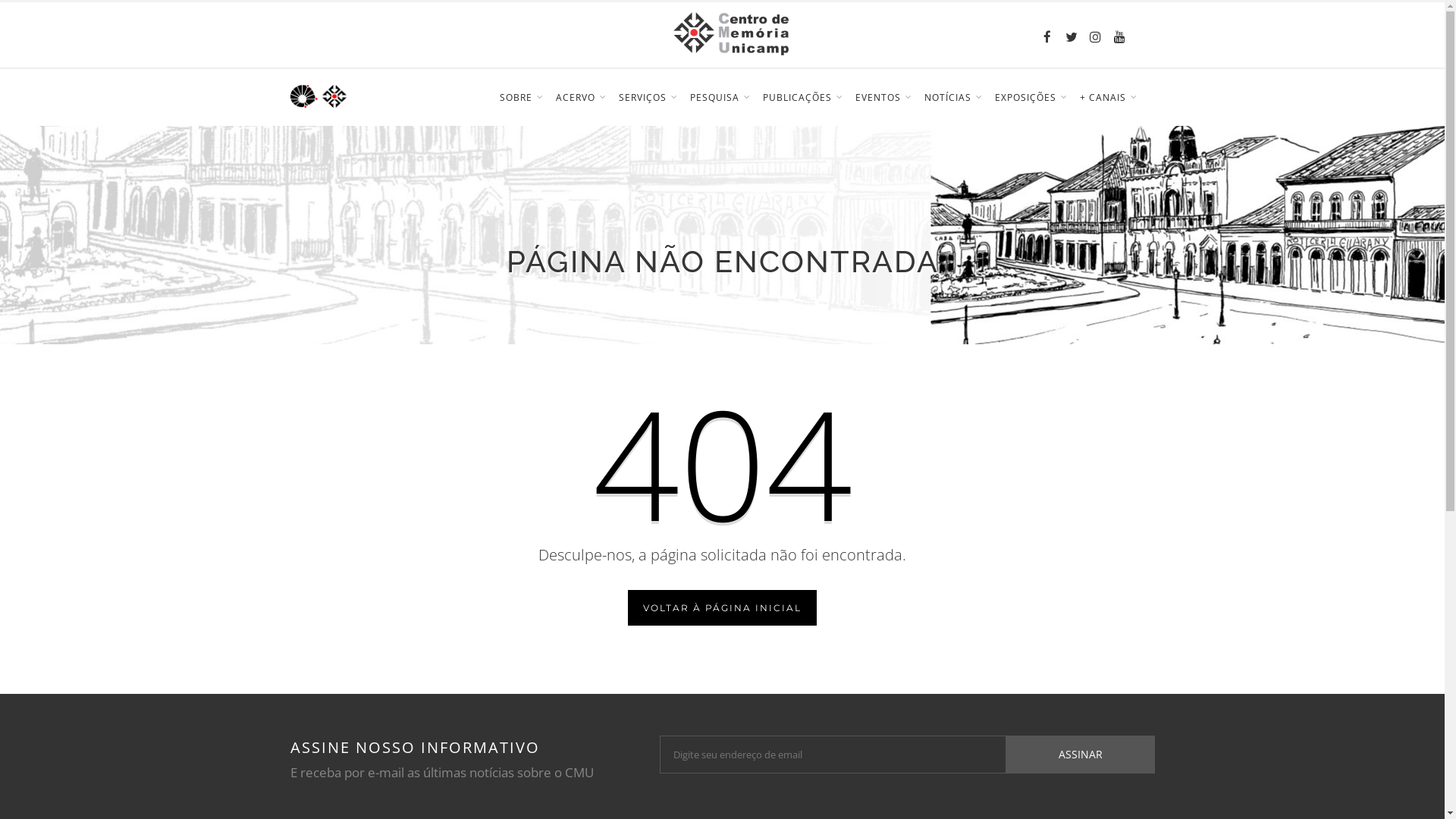 This screenshot has height=819, width=1456. I want to click on 'ASSINAR', so click(1080, 755).